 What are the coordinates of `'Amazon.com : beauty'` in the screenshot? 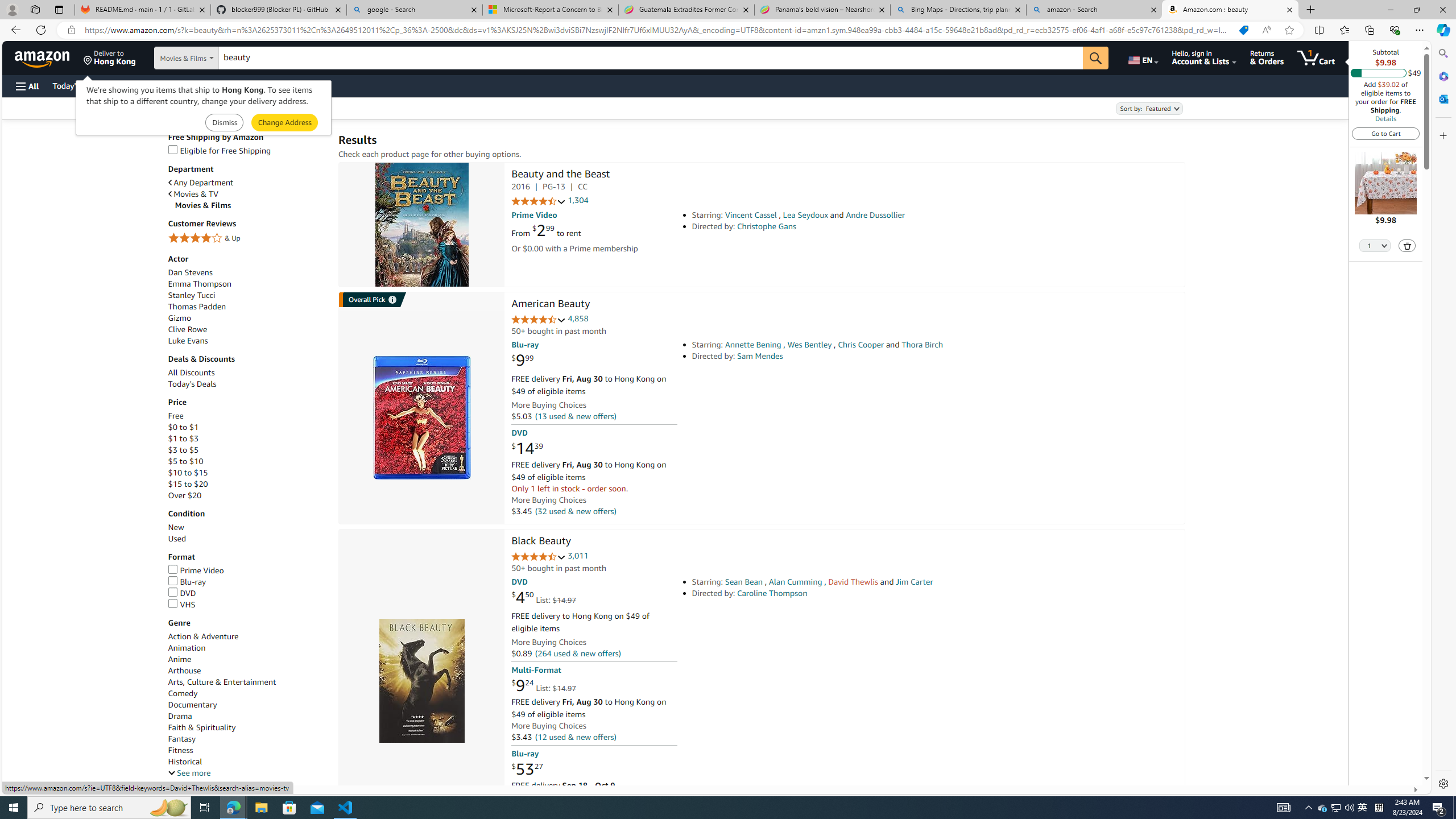 It's located at (1230, 9).